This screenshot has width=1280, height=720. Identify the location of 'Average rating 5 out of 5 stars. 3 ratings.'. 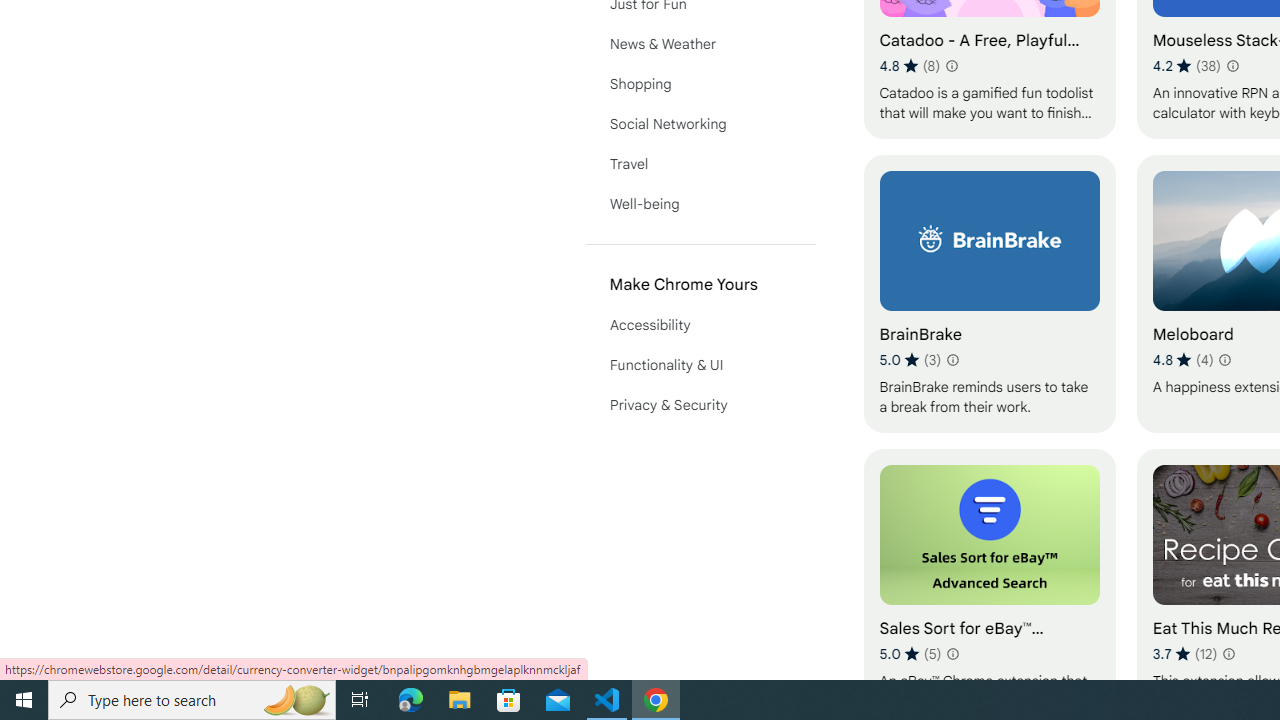
(909, 360).